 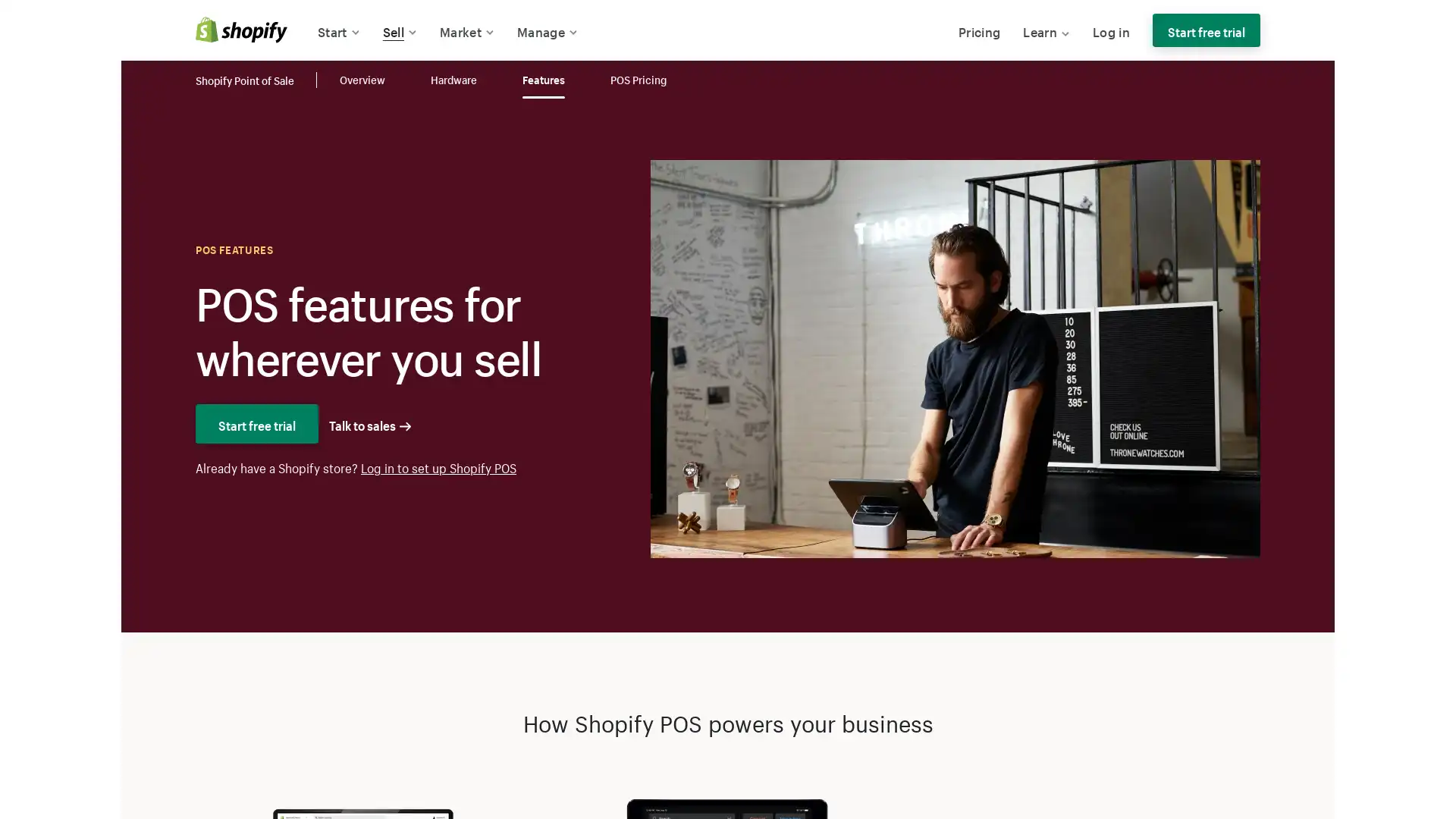 I want to click on Start free trial, so click(x=257, y=424).